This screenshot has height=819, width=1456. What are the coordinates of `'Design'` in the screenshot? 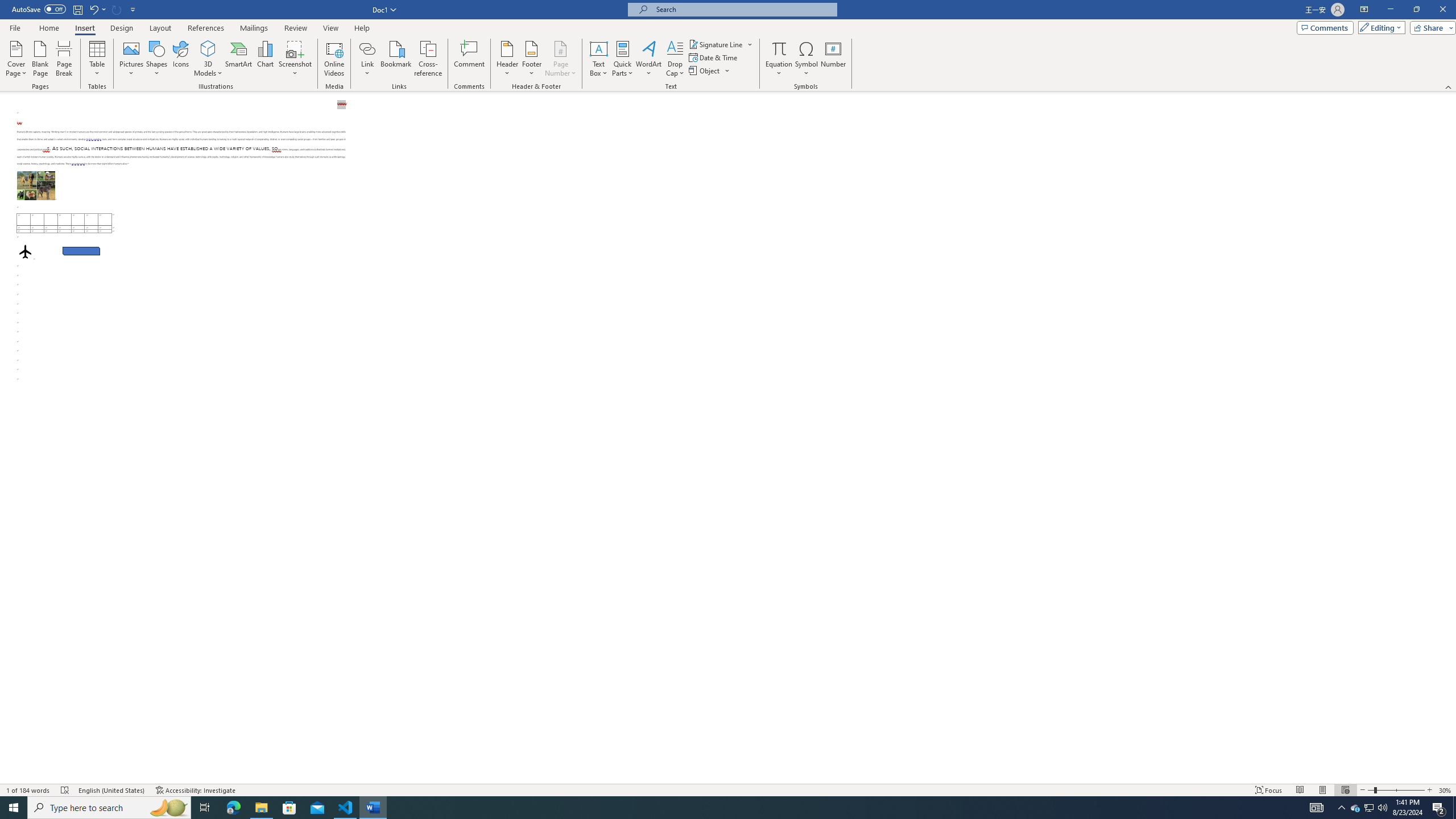 It's located at (122, 28).